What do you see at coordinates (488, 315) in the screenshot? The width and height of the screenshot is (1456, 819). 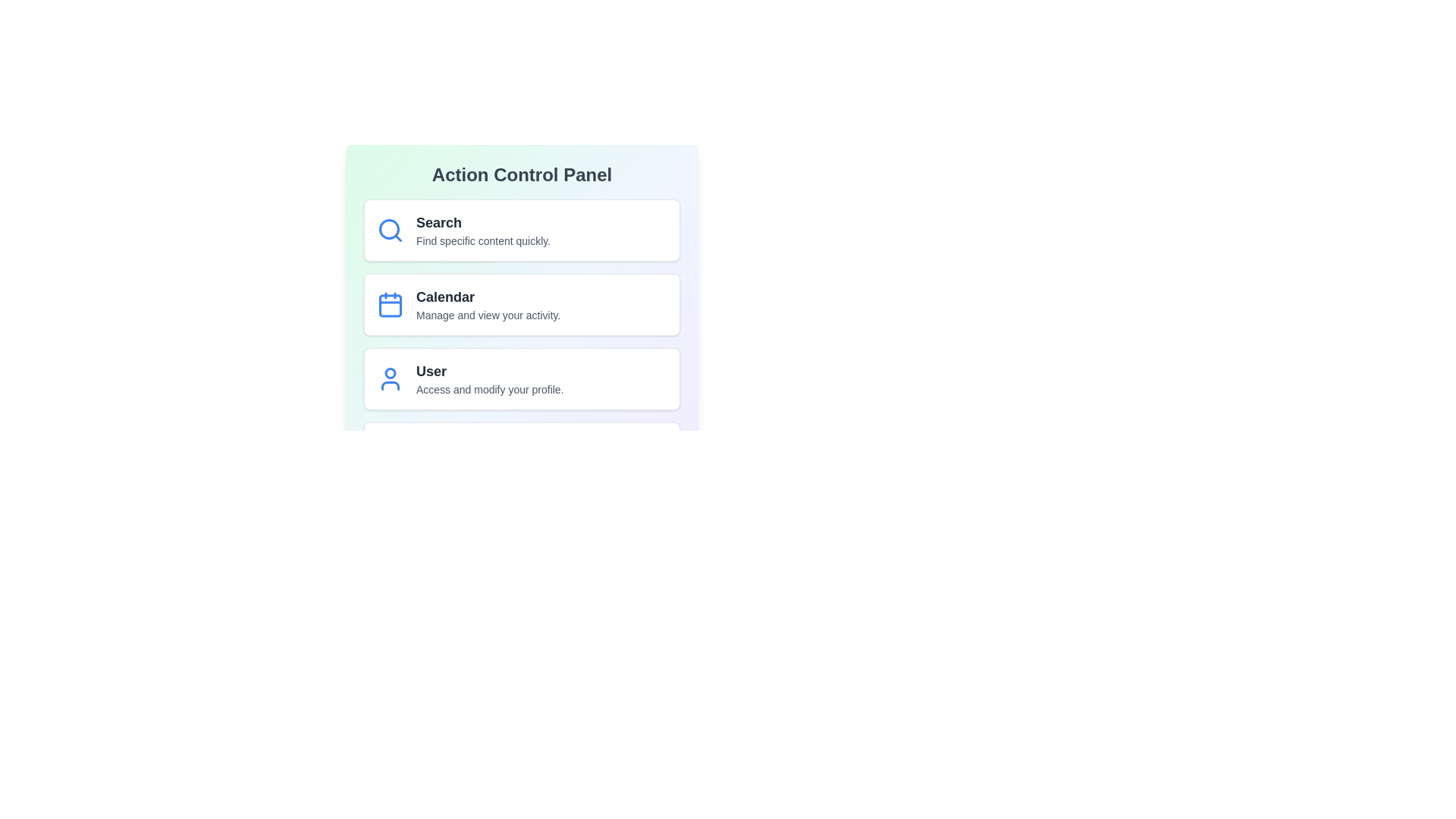 I see `the descriptive label positioned below the 'Calendar' title and icon, which provides additional context for the associated primary action` at bounding box center [488, 315].